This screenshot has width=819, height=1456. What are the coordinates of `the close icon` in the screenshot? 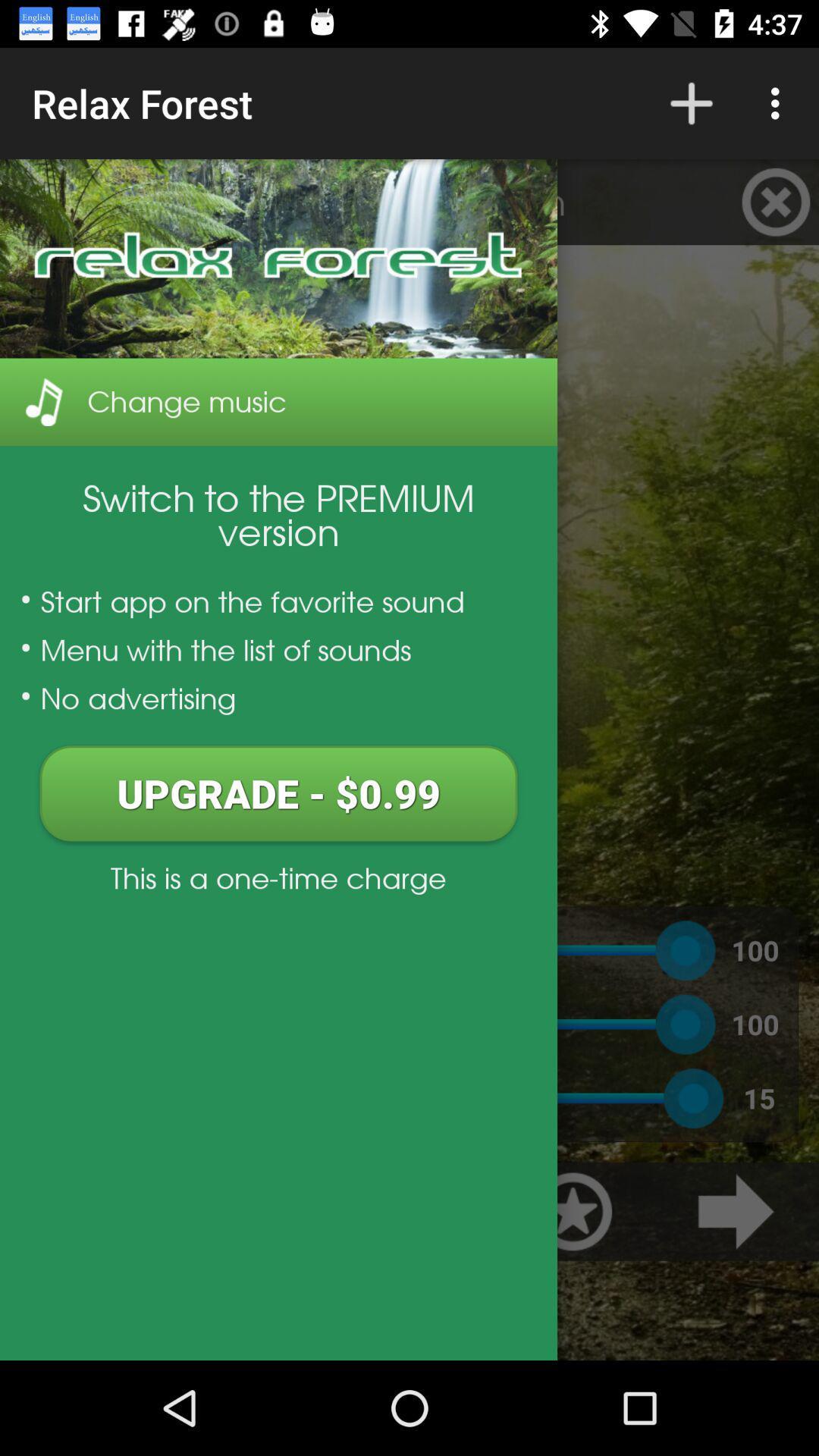 It's located at (776, 201).